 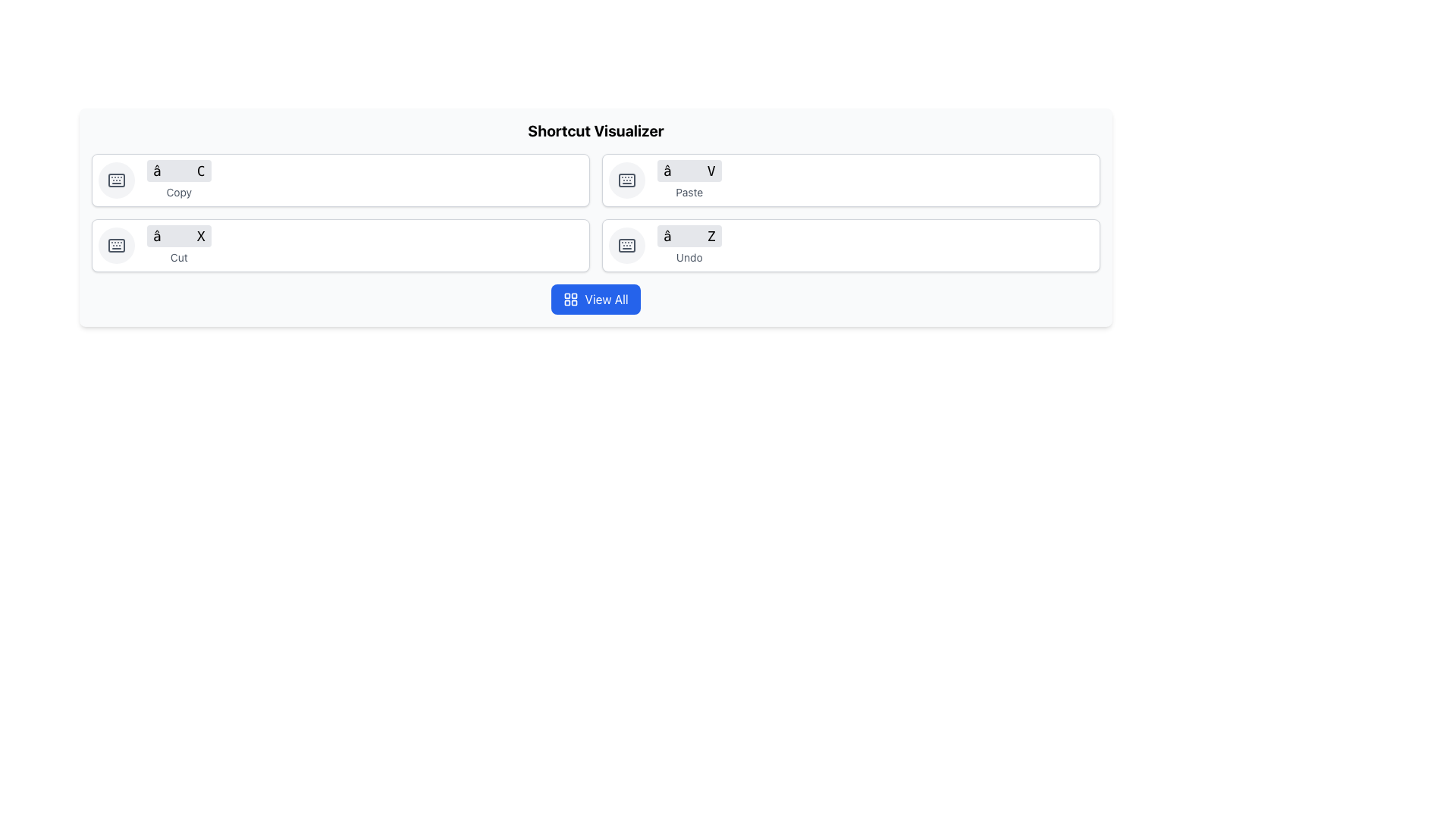 I want to click on the shortcut details displayed in the Shortcut Display Component which shows the key combination (⌘ Z) for the Undo action, located in the bottom-right corner of the group of similar keyboard shortcut visuals, so click(x=689, y=245).